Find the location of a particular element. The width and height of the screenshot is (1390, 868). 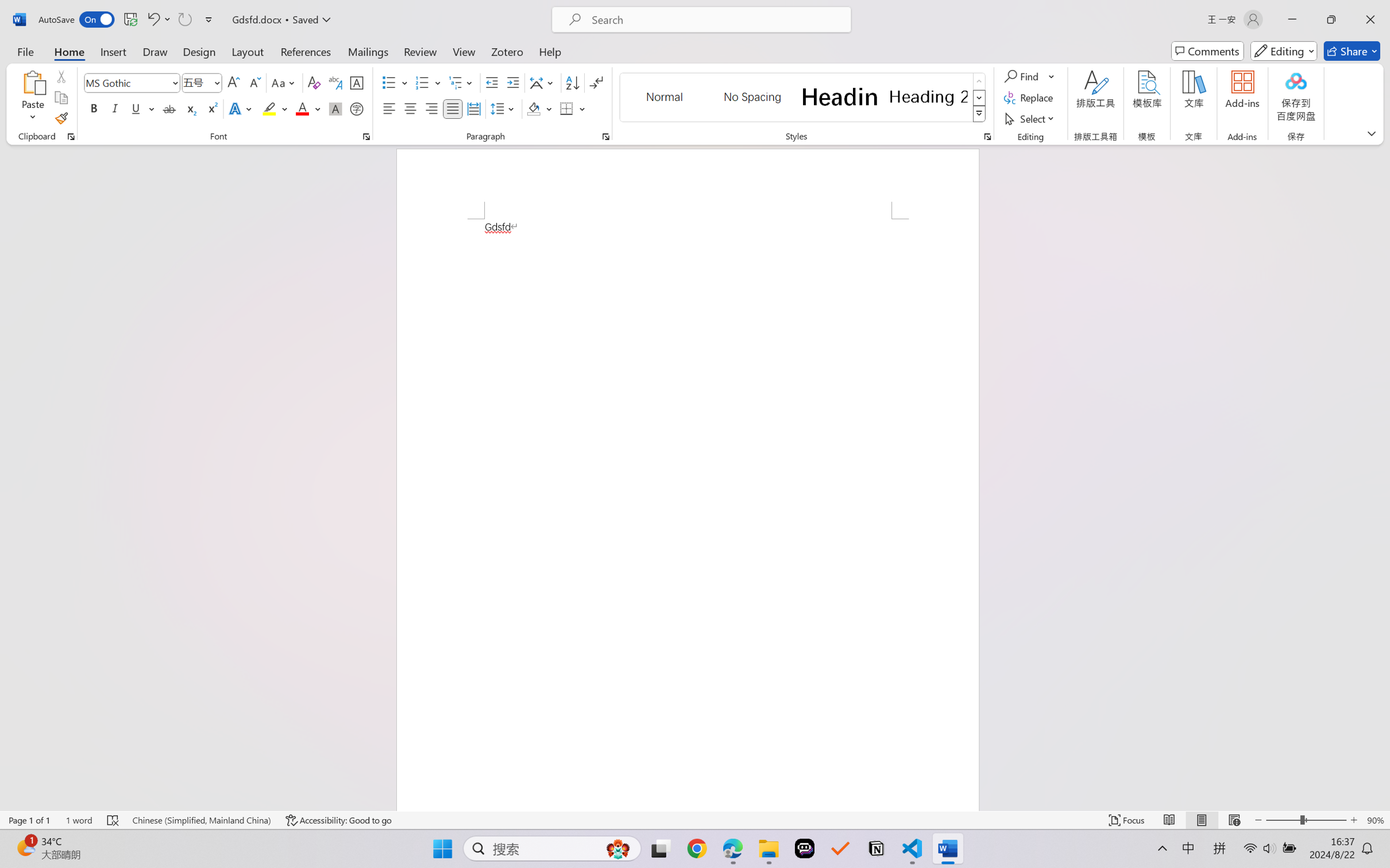

'Shading RGB(0, 0, 0)' is located at coordinates (533, 108).